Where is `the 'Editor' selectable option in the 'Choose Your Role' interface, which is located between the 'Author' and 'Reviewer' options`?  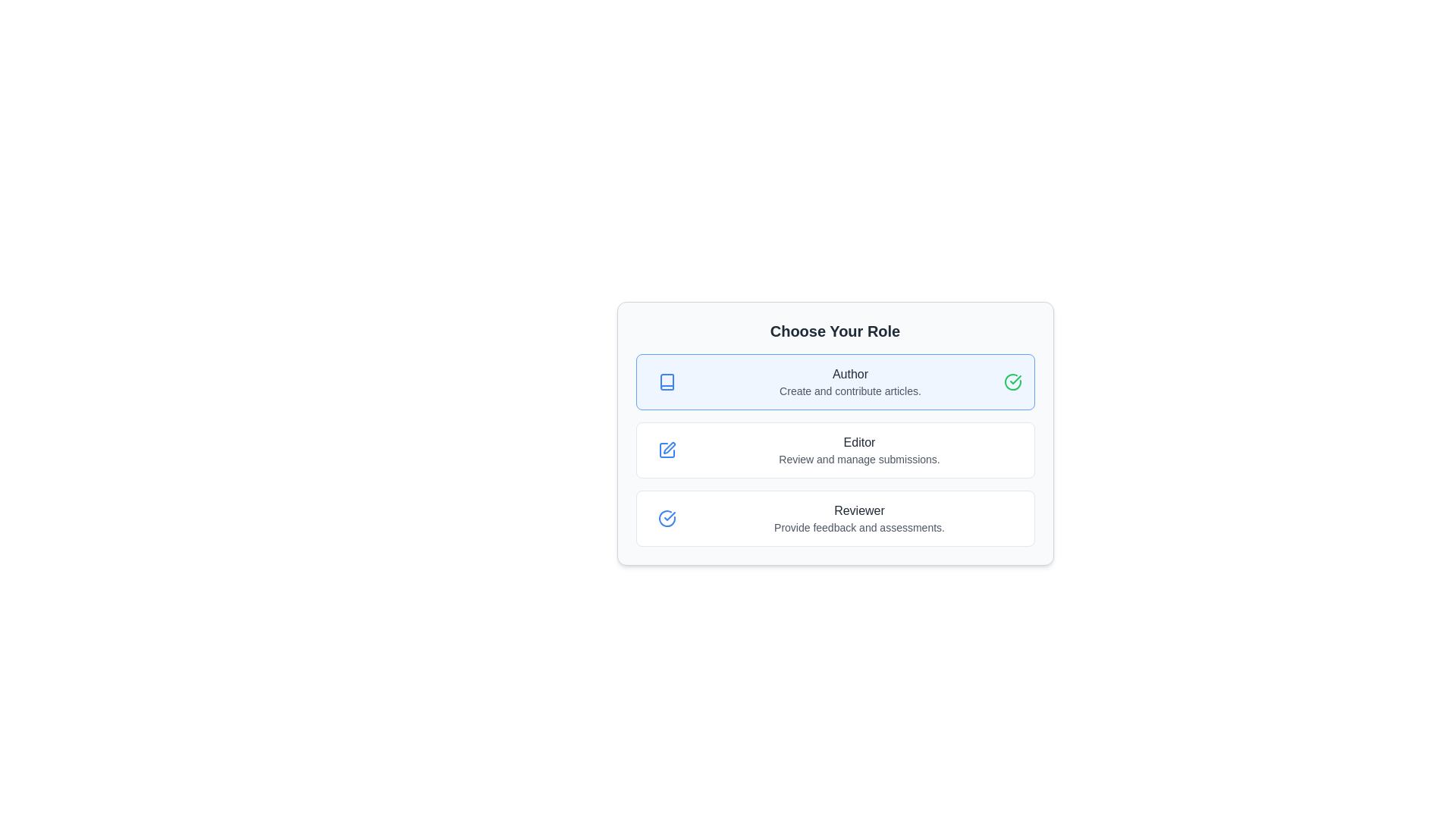 the 'Editor' selectable option in the 'Choose Your Role' interface, which is located between the 'Author' and 'Reviewer' options is located at coordinates (834, 450).